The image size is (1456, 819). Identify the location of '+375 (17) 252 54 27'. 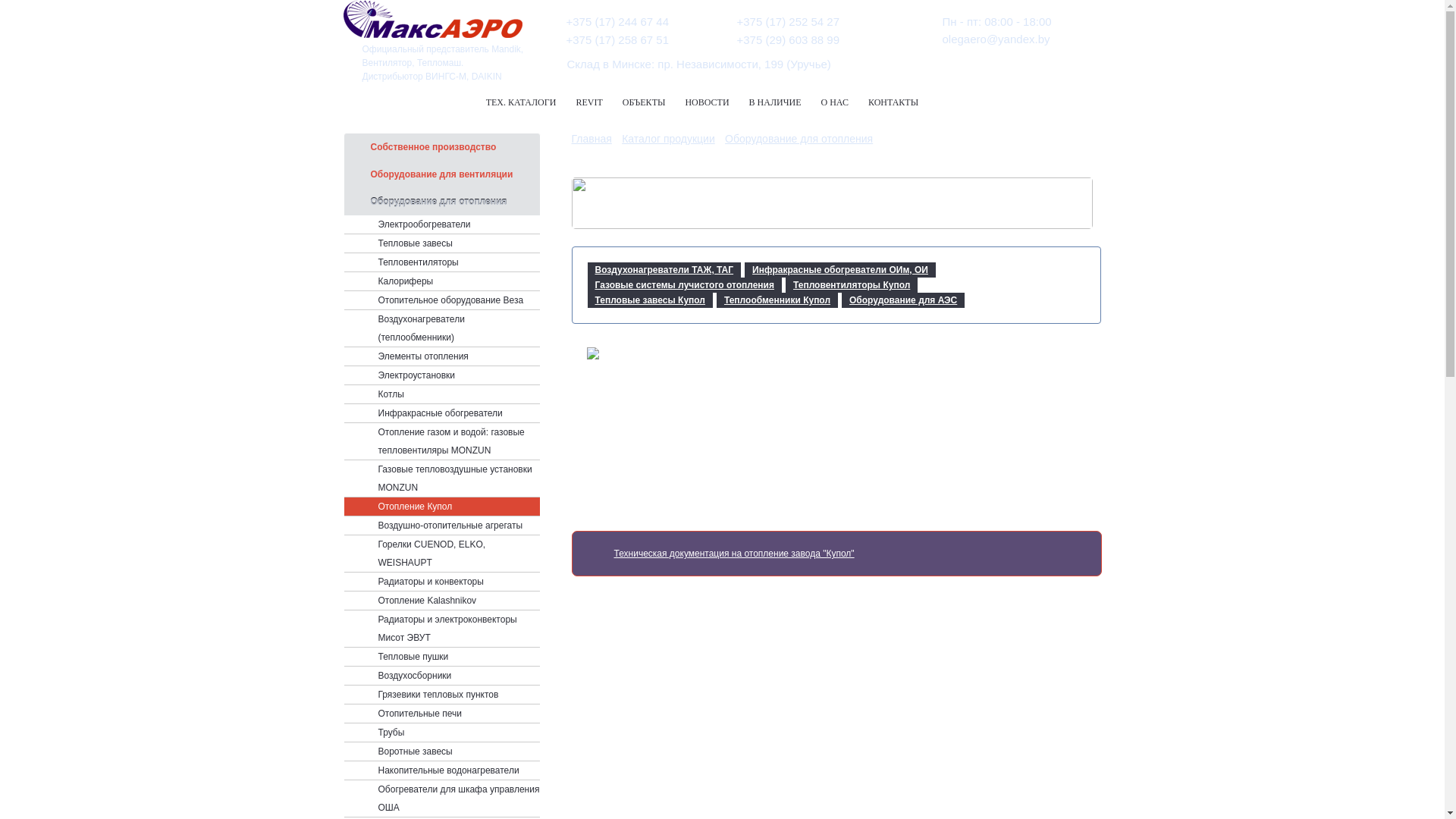
(789, 21).